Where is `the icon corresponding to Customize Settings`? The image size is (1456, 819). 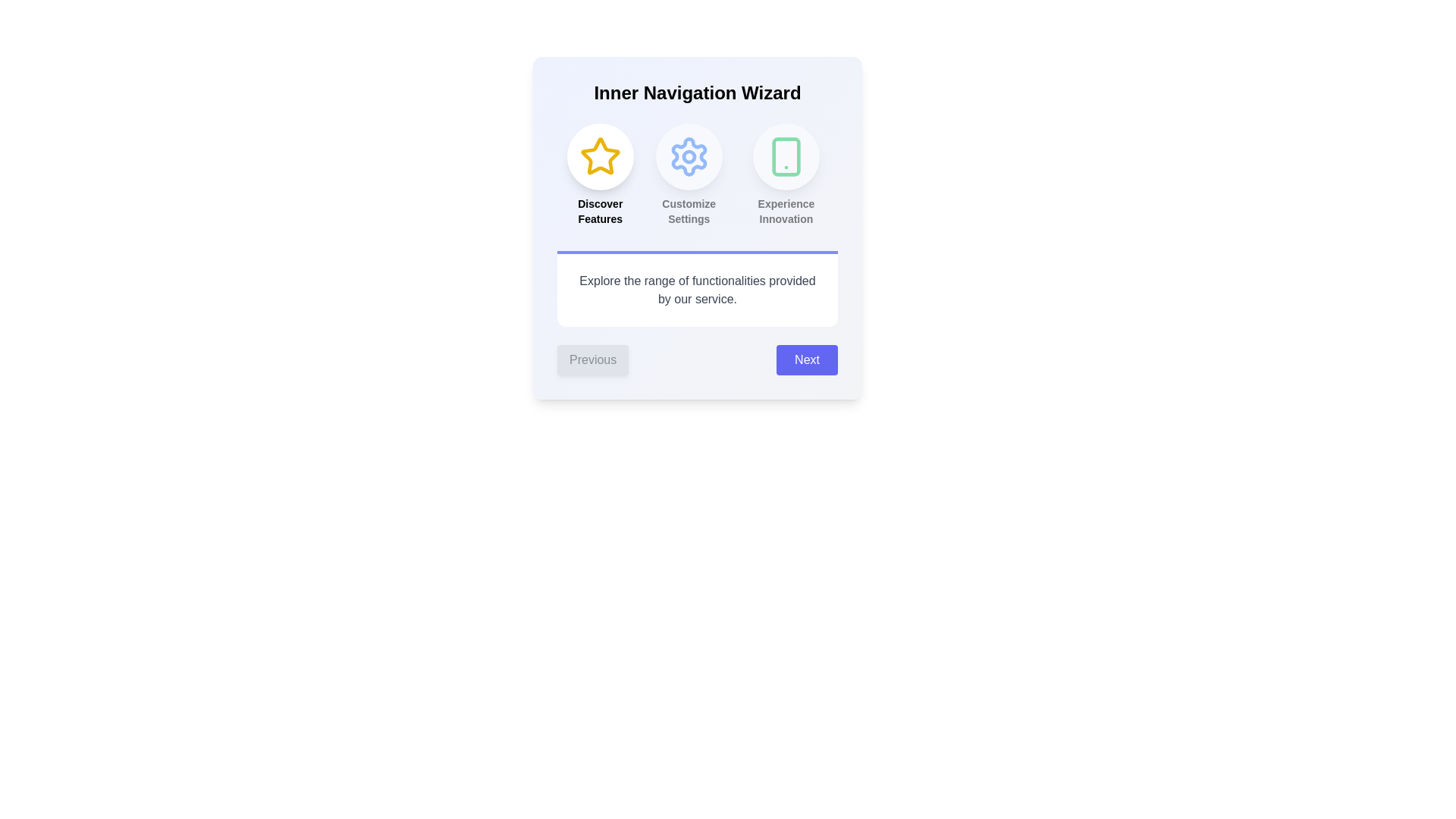
the icon corresponding to Customize Settings is located at coordinates (688, 157).